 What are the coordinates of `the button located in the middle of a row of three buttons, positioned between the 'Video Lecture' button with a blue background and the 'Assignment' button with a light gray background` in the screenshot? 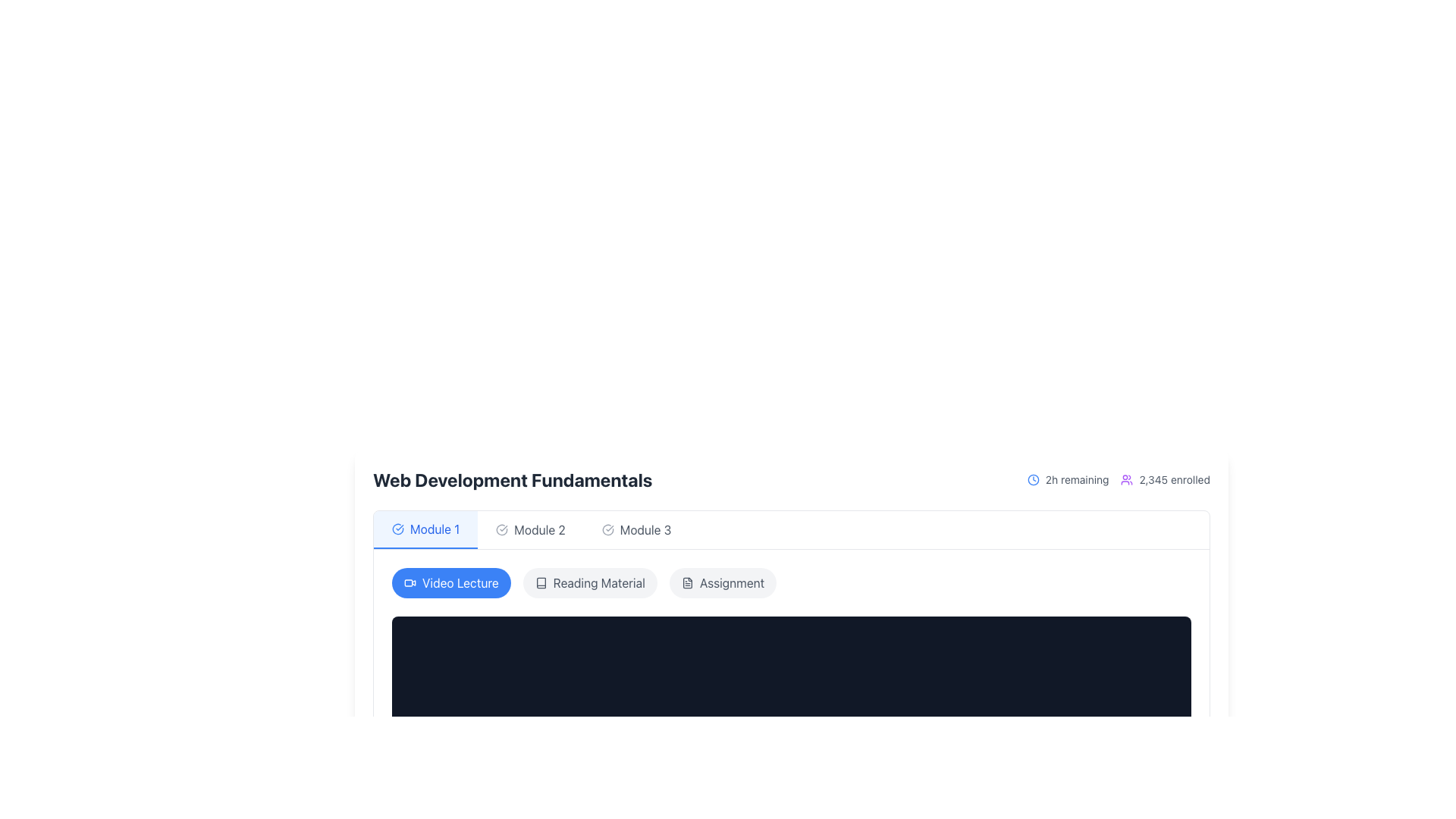 It's located at (589, 582).